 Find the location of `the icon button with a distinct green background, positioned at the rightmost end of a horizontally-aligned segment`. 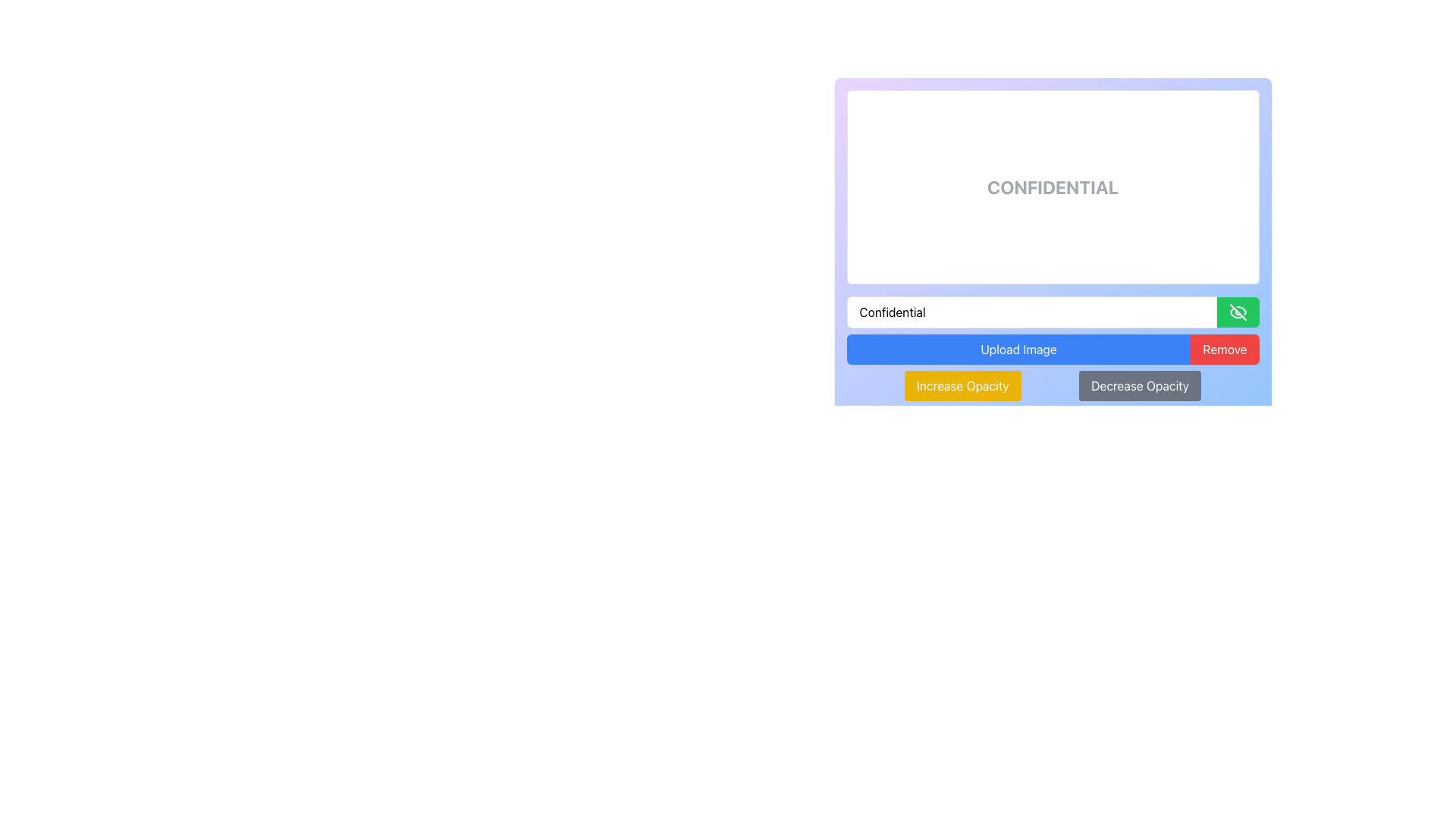

the icon button with a distinct green background, positioned at the rightmost end of a horizontally-aligned segment is located at coordinates (1238, 312).